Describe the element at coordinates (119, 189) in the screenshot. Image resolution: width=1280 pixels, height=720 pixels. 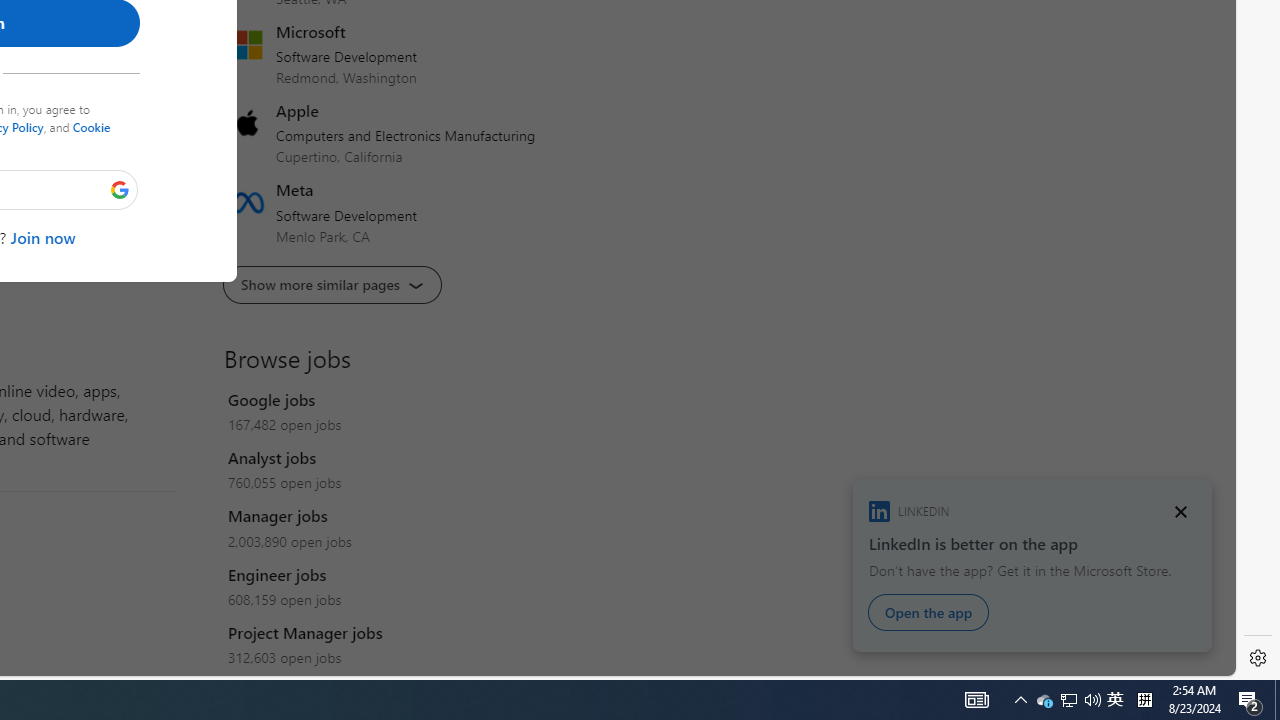
I see `'Class: LgbsSe-Bz112c'` at that location.